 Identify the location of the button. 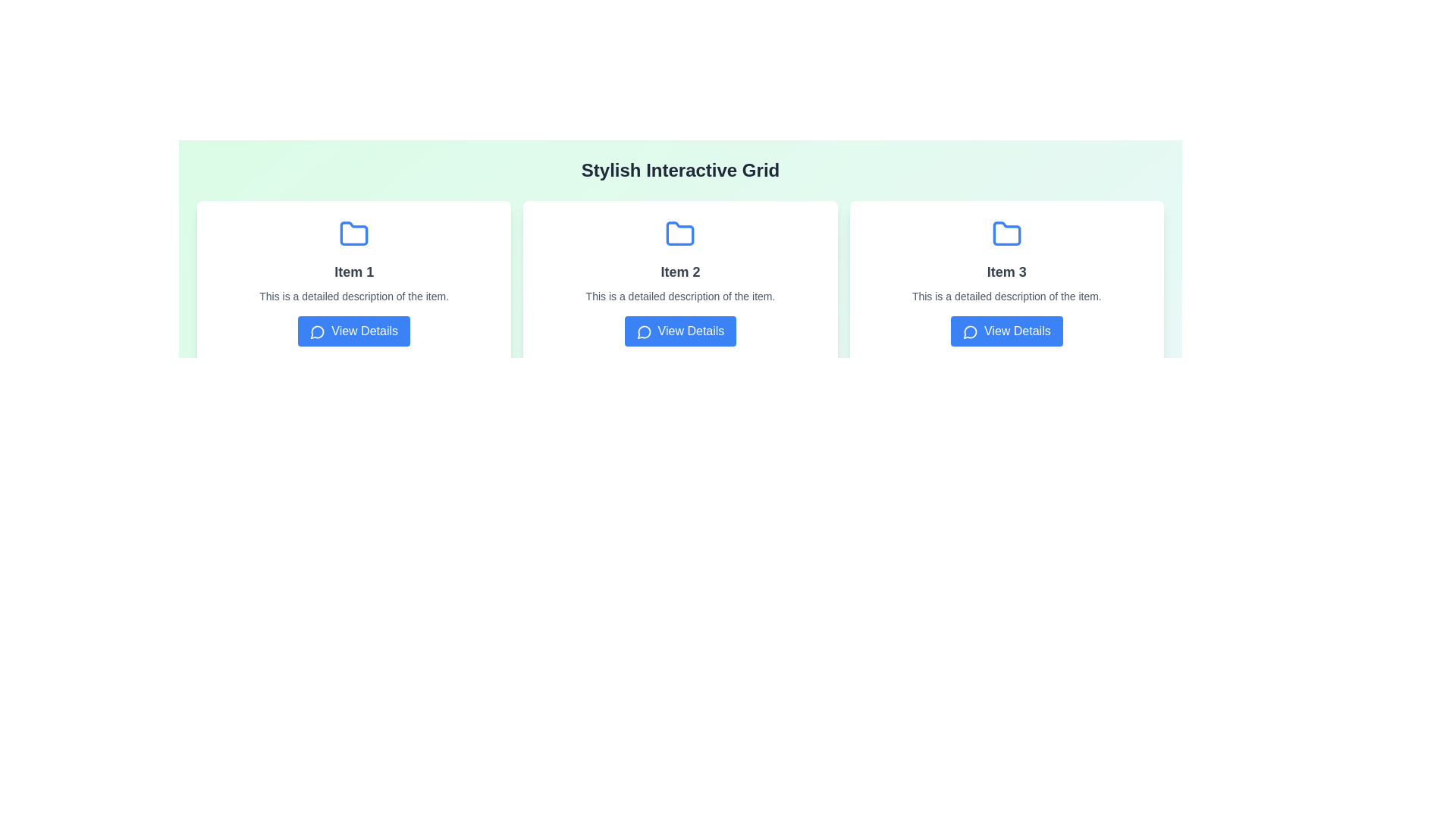
(1006, 330).